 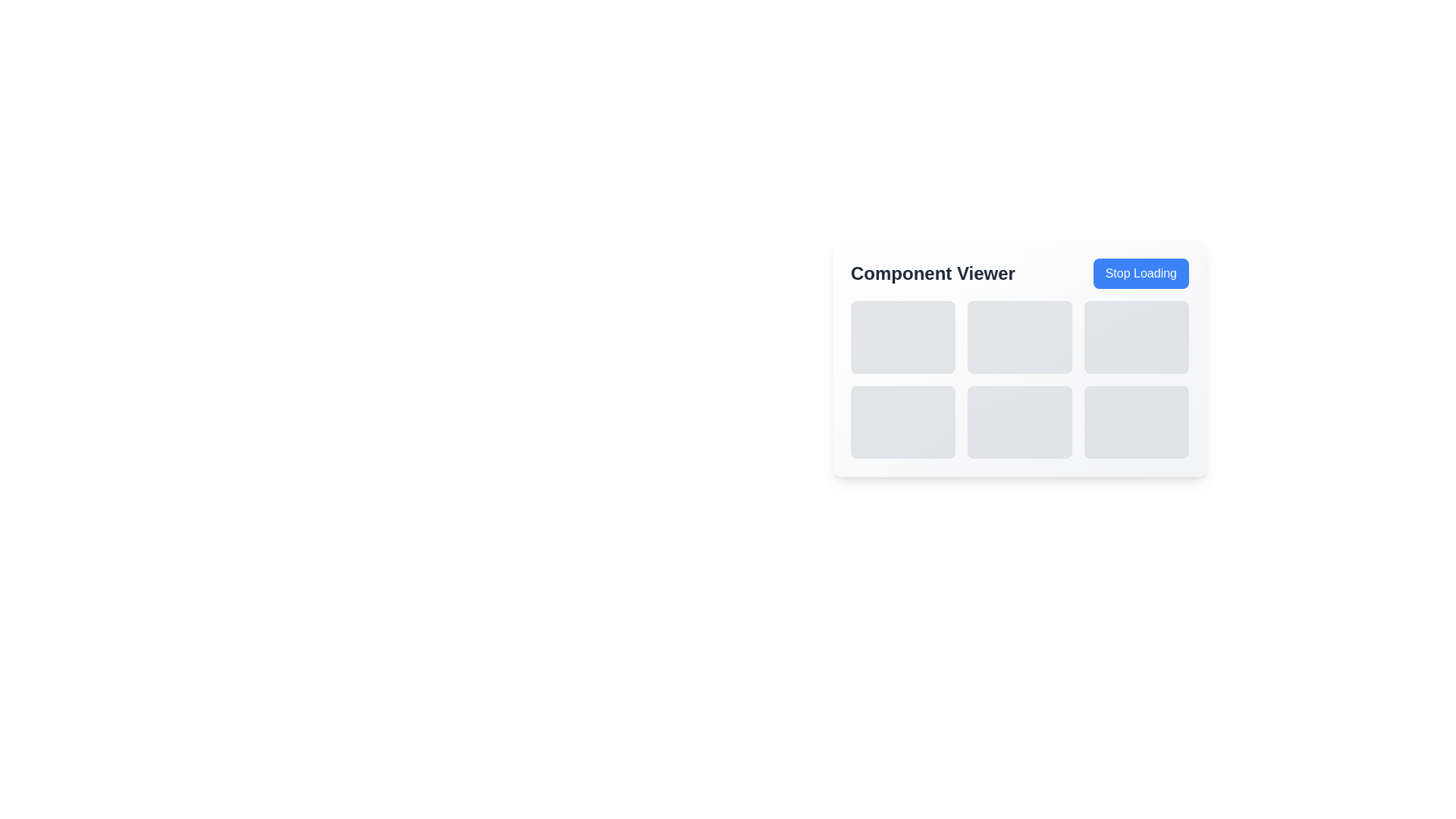 I want to click on the gray rectangular Placeholder box with rounded corners located in the third column of the second row of the grid layout in the 'Component Viewer', so click(x=1136, y=422).